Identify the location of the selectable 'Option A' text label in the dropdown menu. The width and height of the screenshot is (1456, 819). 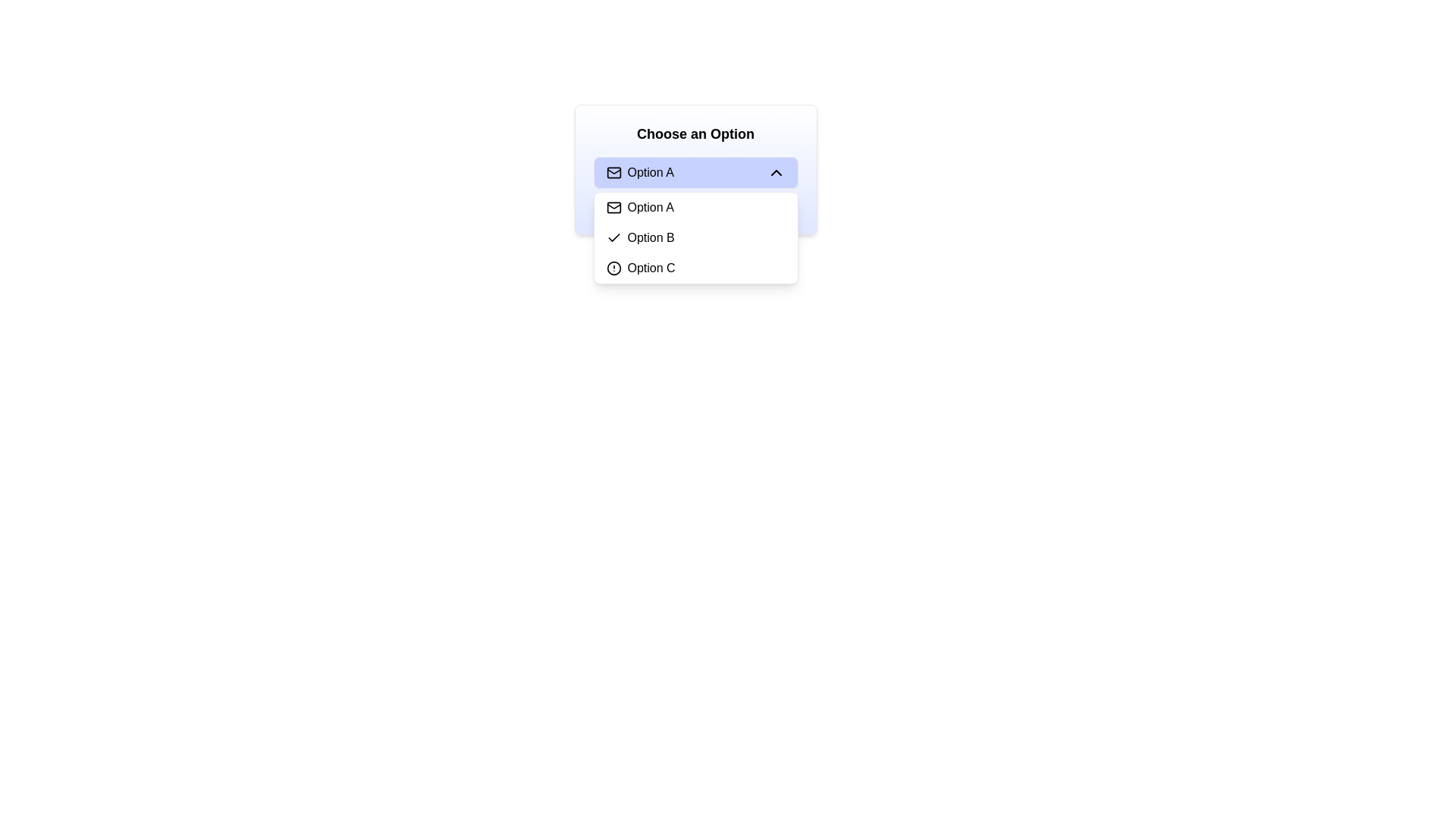
(651, 207).